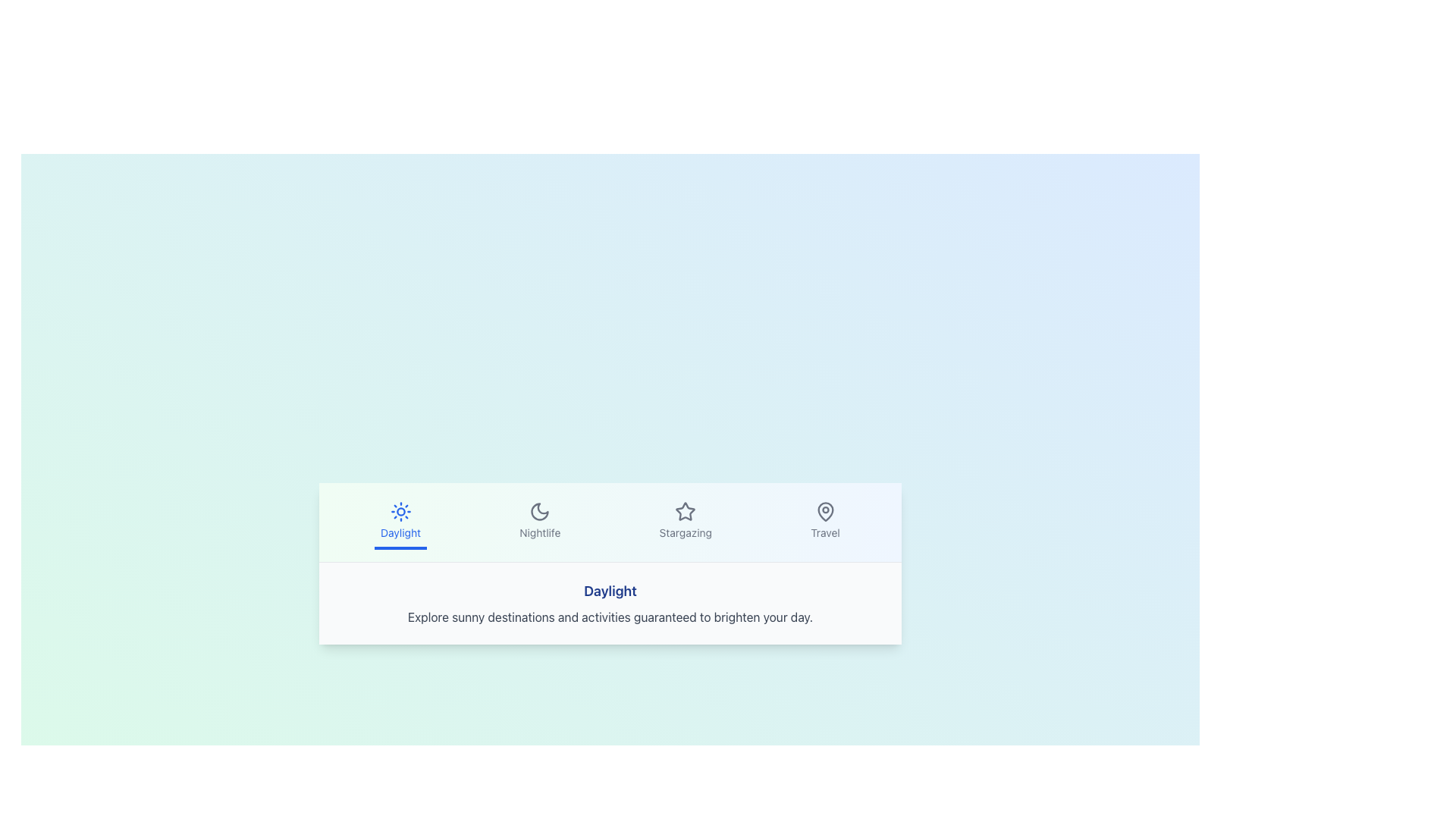 Image resolution: width=1456 pixels, height=819 pixels. Describe the element at coordinates (540, 532) in the screenshot. I see `the 'Nightlife' text label located centrally in the navigation bar under the crescent moon icon` at that location.